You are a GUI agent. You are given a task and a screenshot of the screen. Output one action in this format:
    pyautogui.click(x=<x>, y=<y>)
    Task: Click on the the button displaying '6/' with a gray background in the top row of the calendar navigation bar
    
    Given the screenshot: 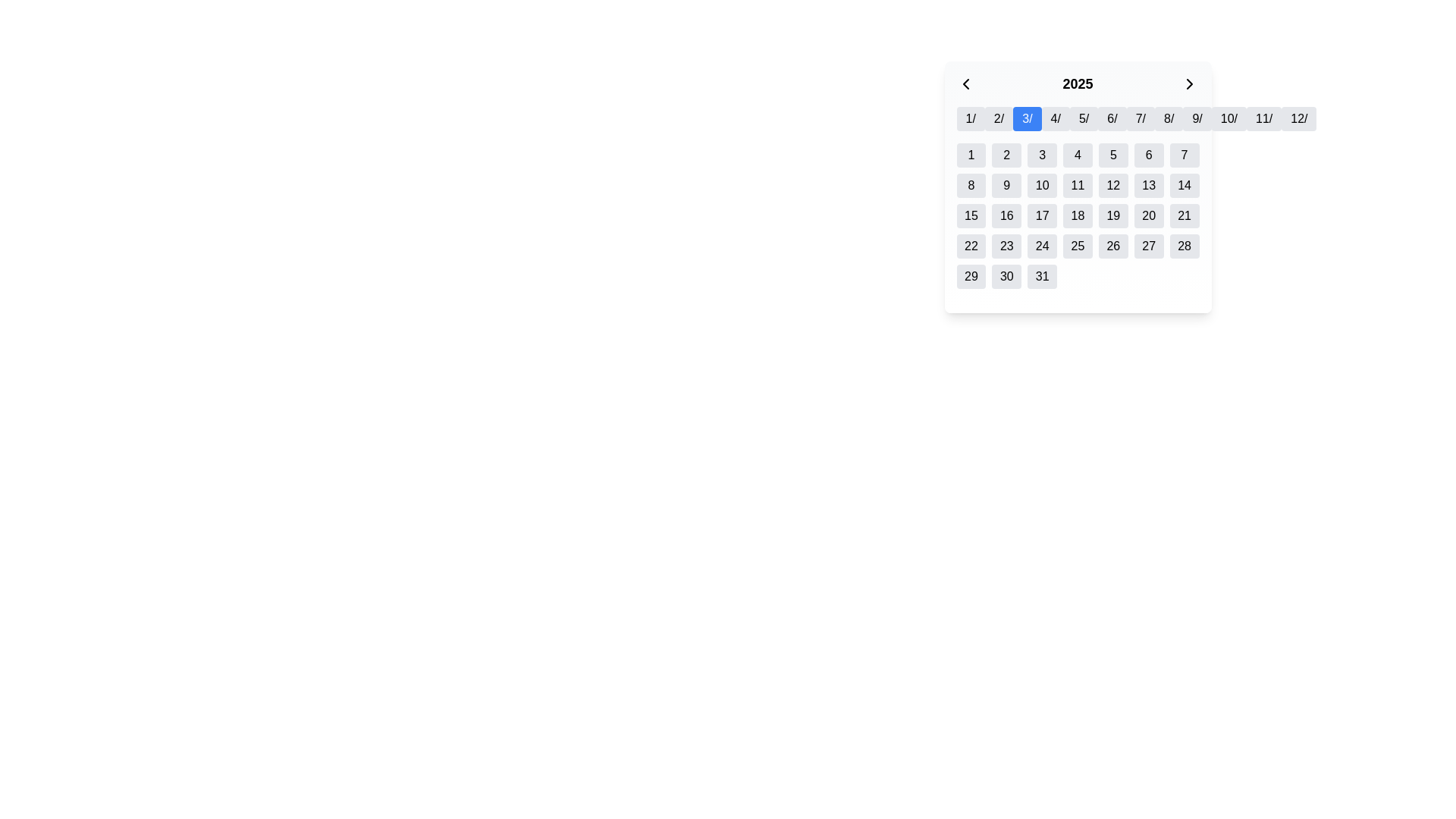 What is the action you would take?
    pyautogui.click(x=1111, y=118)
    